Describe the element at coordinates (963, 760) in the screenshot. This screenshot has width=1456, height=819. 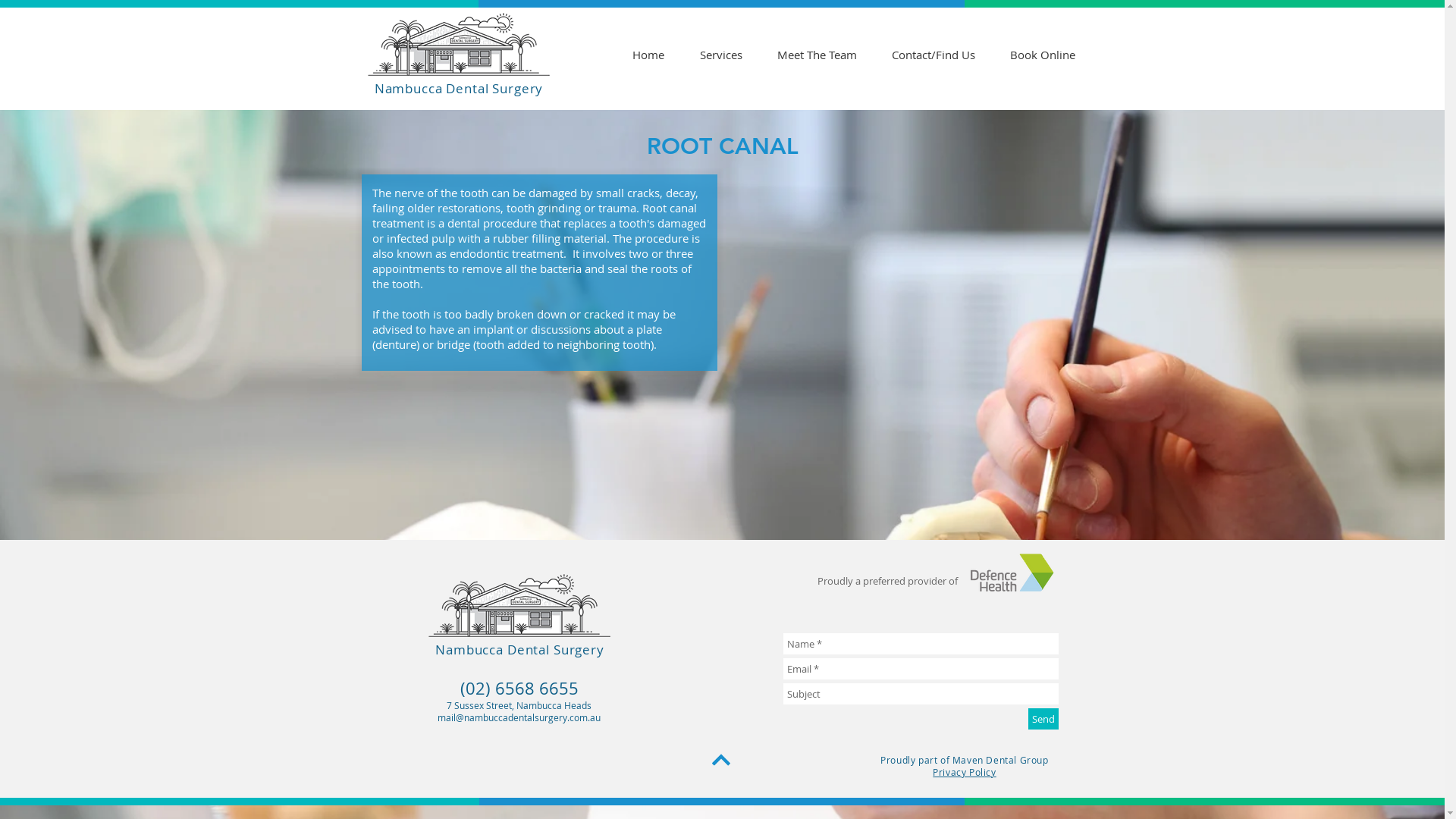
I see `'Proudly part of Maven Dental Group'` at that location.